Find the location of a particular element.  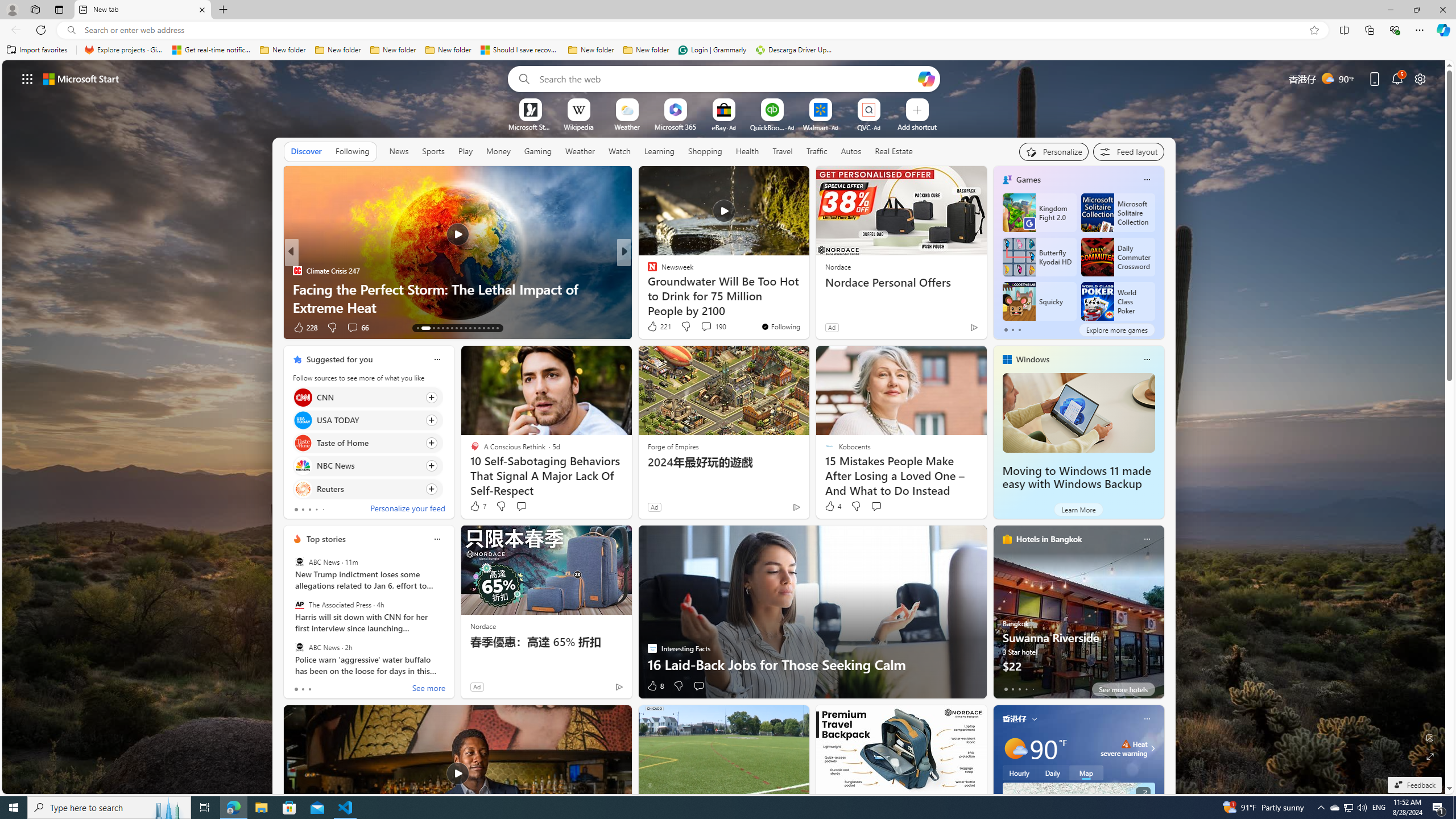

'New folder' is located at coordinates (646, 49).